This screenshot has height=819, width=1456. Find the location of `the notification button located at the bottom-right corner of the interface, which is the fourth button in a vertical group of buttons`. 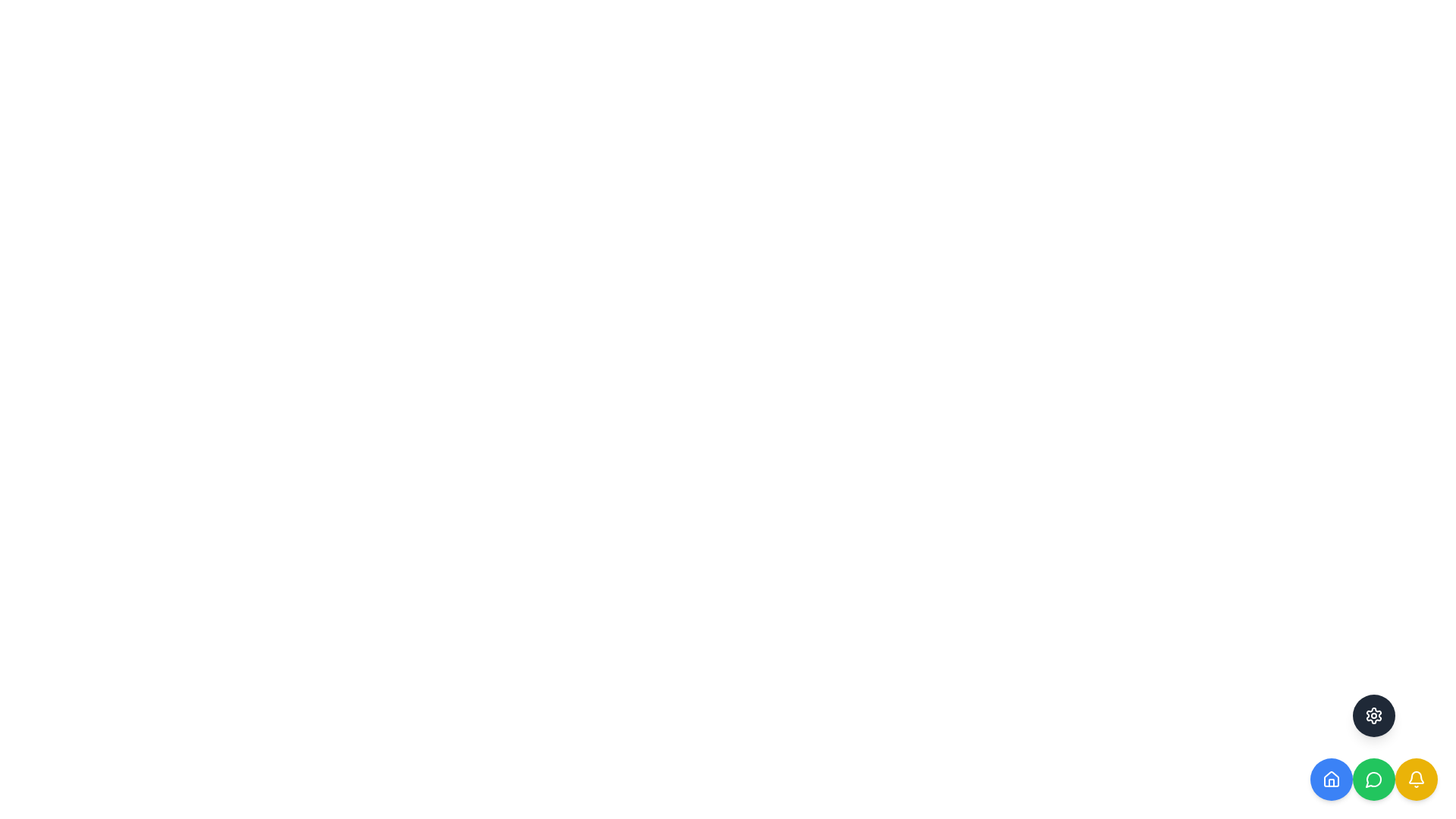

the notification button located at the bottom-right corner of the interface, which is the fourth button in a vertical group of buttons is located at coordinates (1415, 780).